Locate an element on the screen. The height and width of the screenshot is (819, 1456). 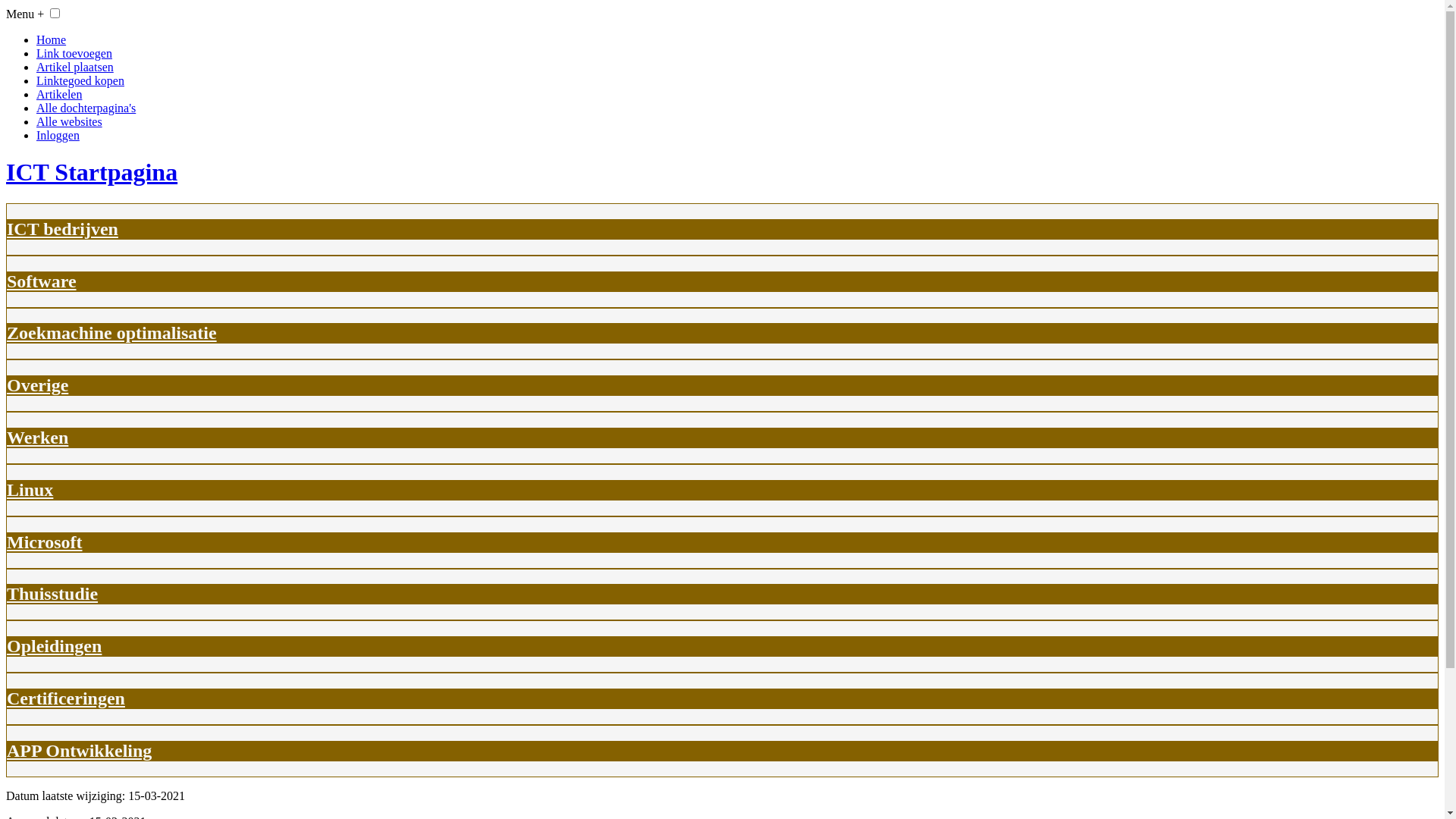
'ICT bedrijven' is located at coordinates (7, 228).